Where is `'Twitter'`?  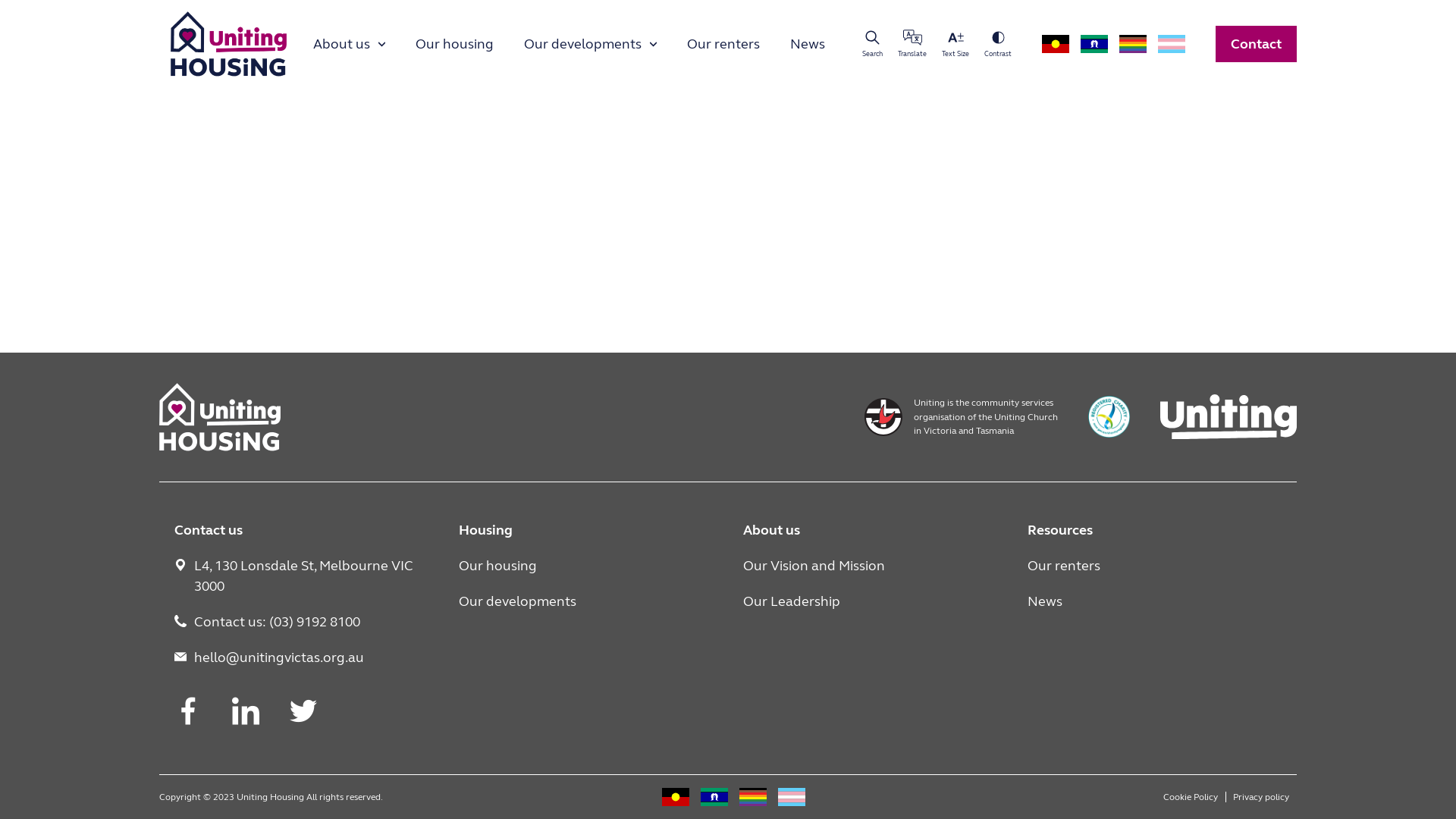
'Twitter' is located at coordinates (303, 711).